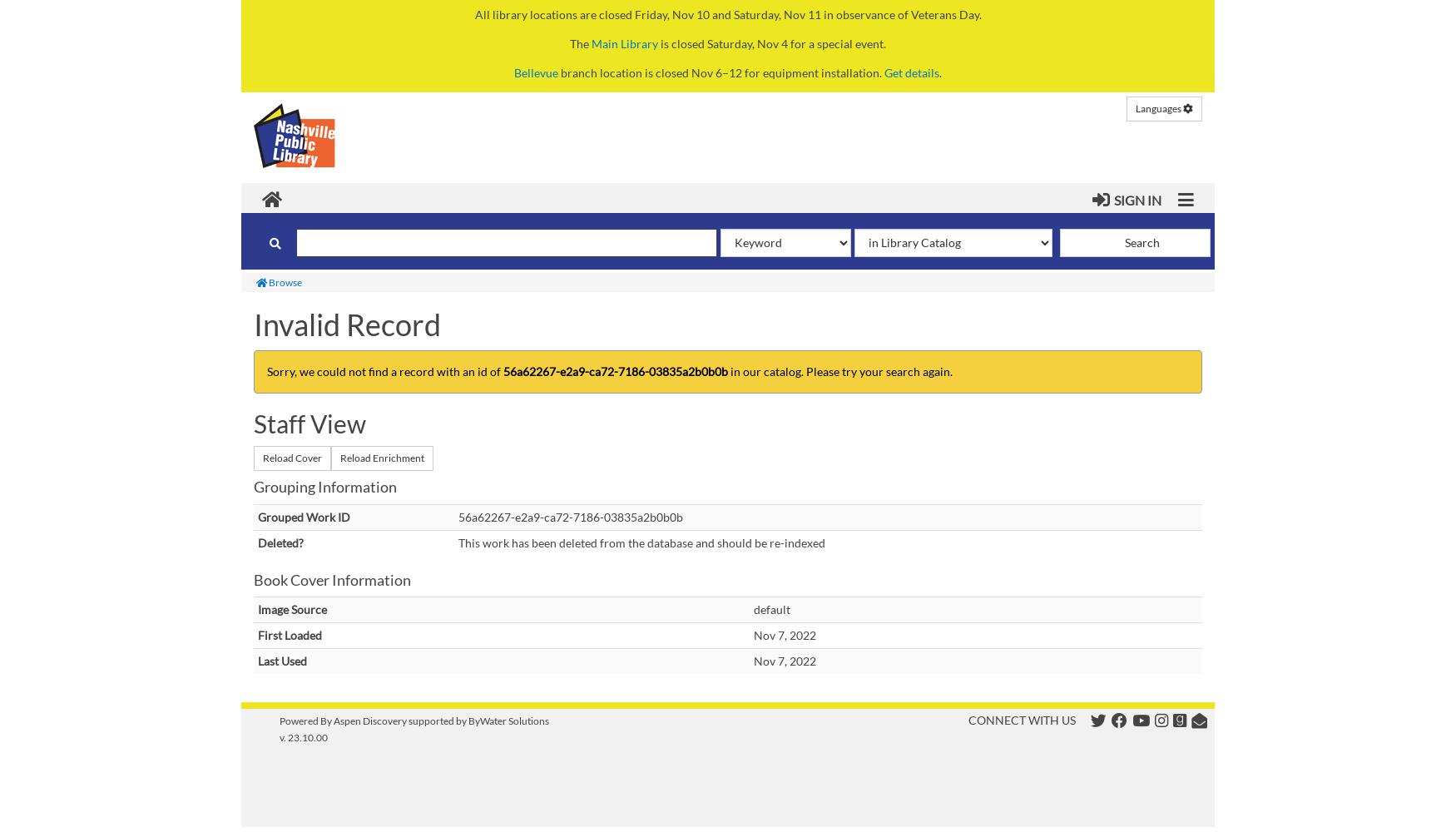  I want to click on 'in our catalog.	Please try your search again.', so click(839, 369).